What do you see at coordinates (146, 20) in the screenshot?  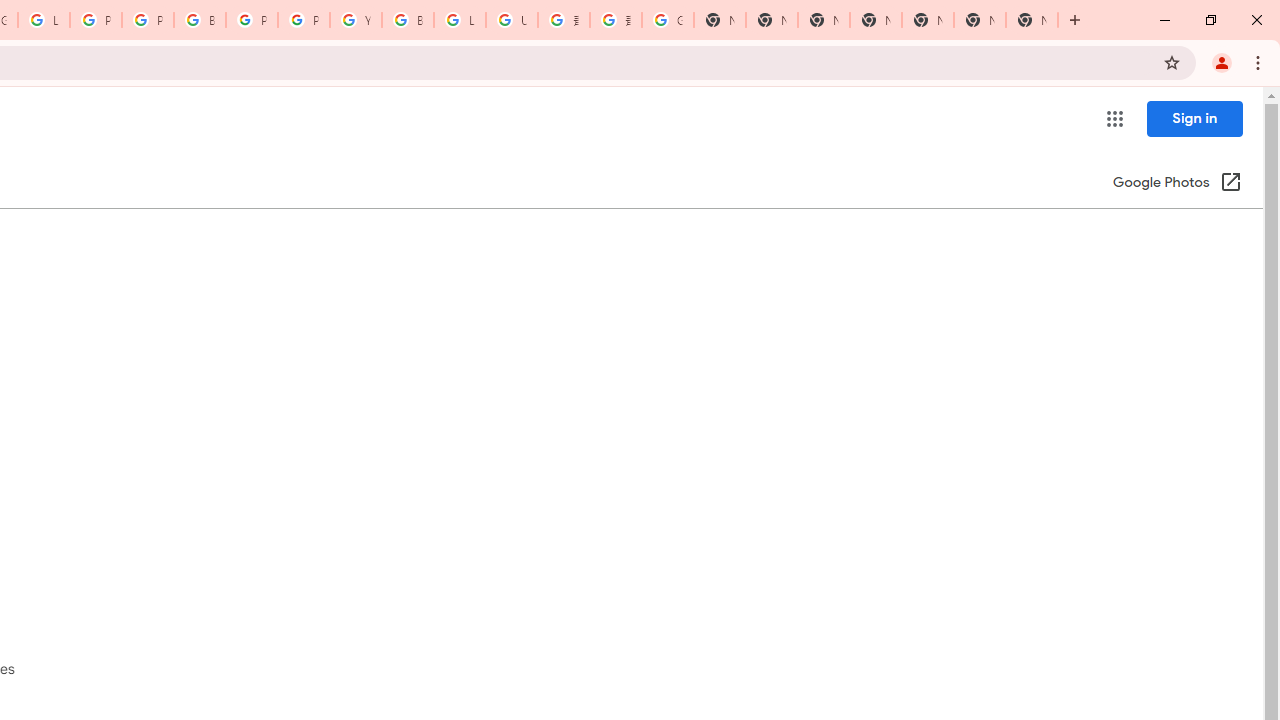 I see `'Privacy Help Center - Policies Help'` at bounding box center [146, 20].